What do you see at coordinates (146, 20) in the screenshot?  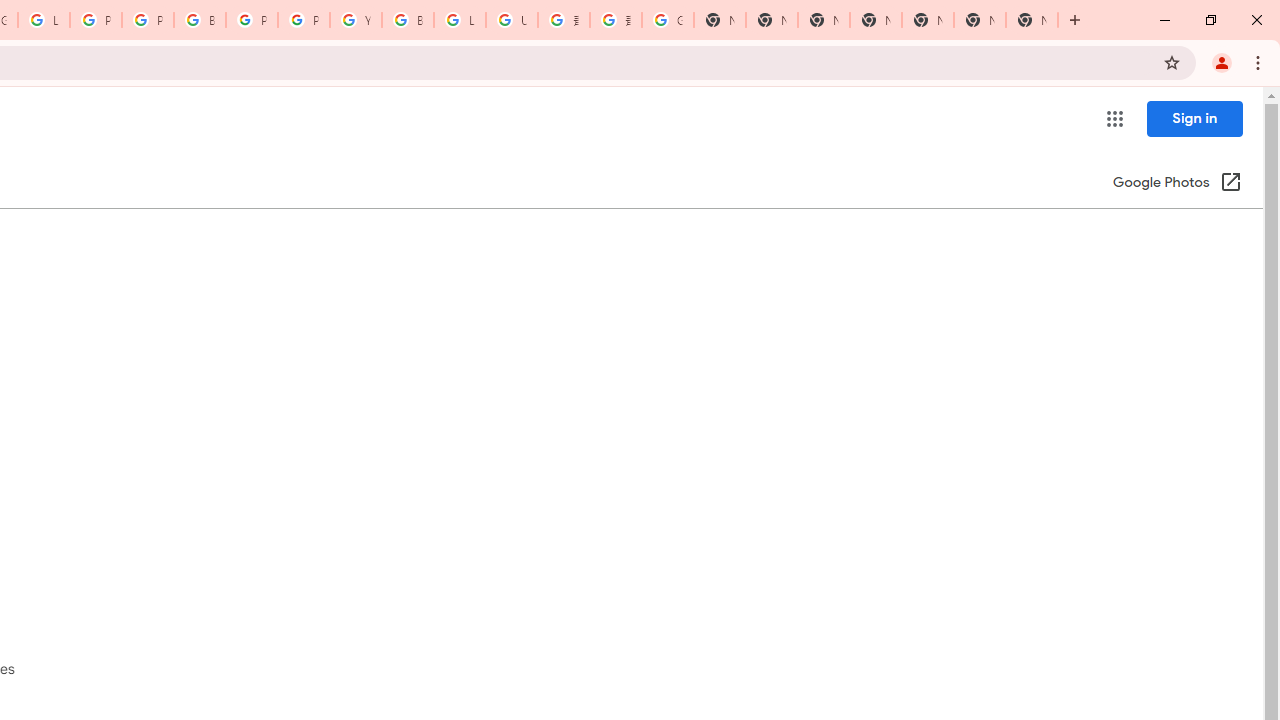 I see `'Privacy Help Center - Policies Help'` at bounding box center [146, 20].